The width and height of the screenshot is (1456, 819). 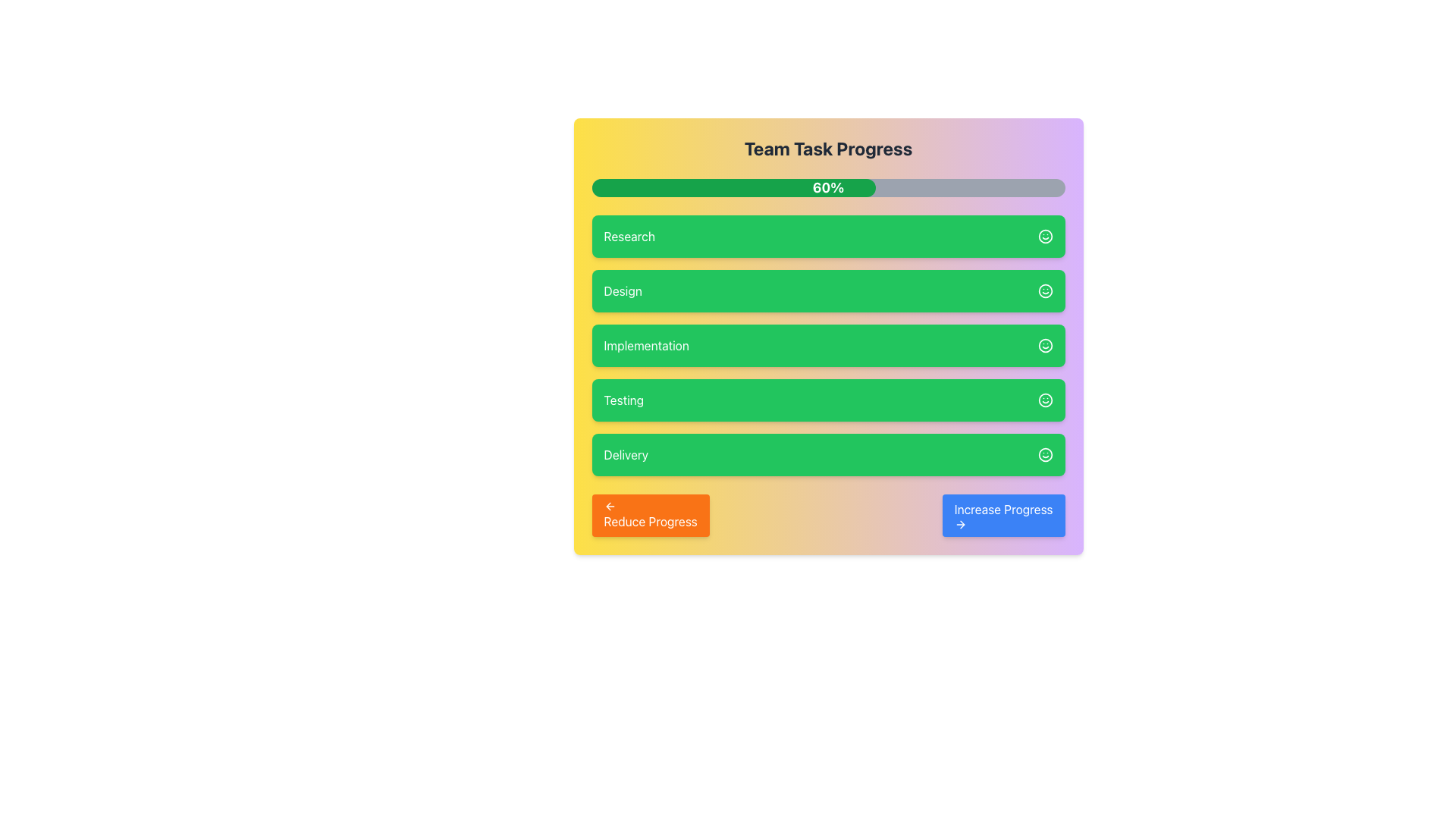 What do you see at coordinates (827, 237) in the screenshot?
I see `the 'Research' button` at bounding box center [827, 237].